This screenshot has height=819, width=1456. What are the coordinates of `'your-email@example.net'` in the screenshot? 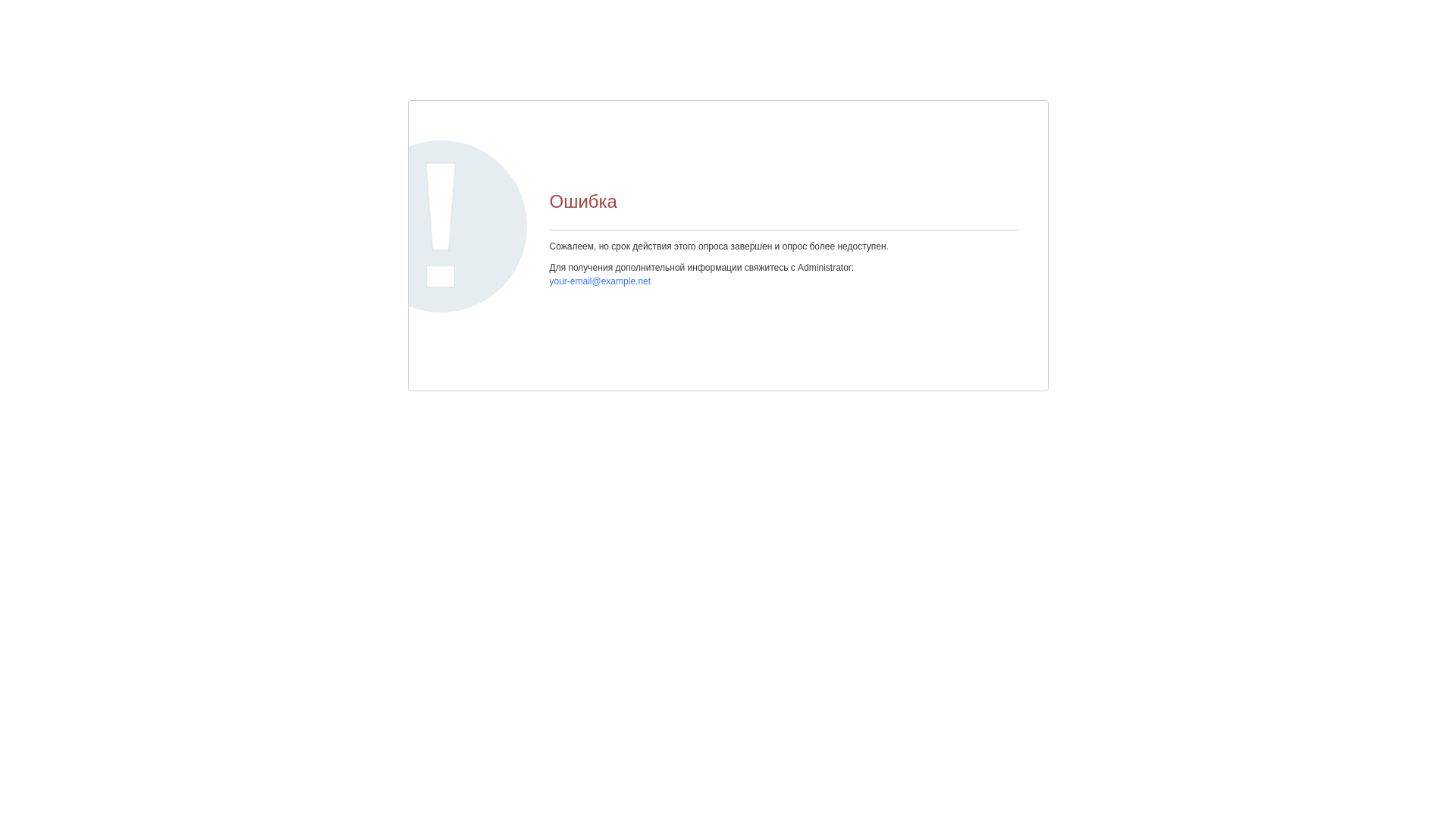 It's located at (599, 281).